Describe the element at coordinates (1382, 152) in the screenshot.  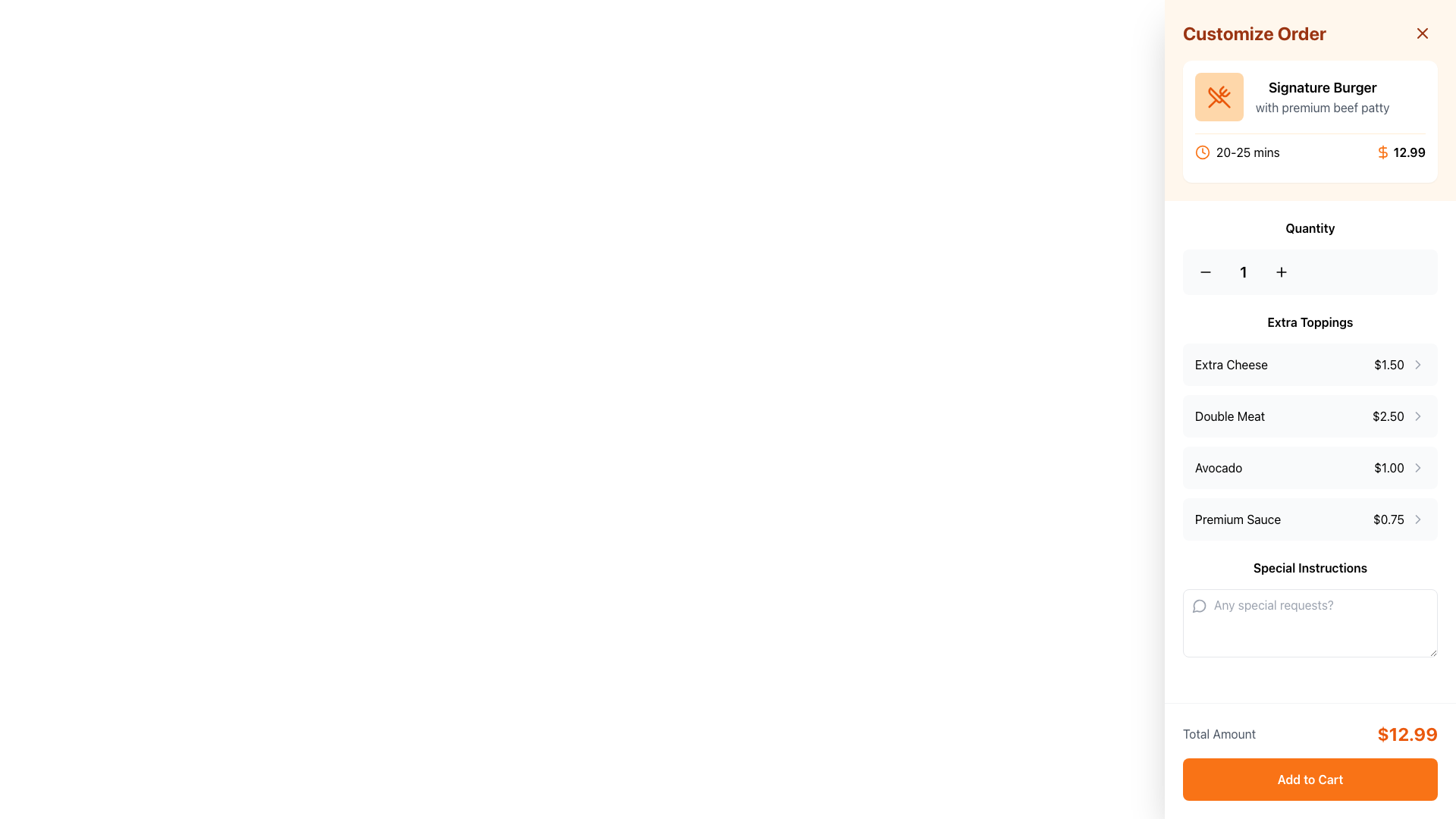
I see `the bright orange dollar sign ($) icon located on the right side of the price text ('12.99') in the 'Customize Order' panel` at that location.